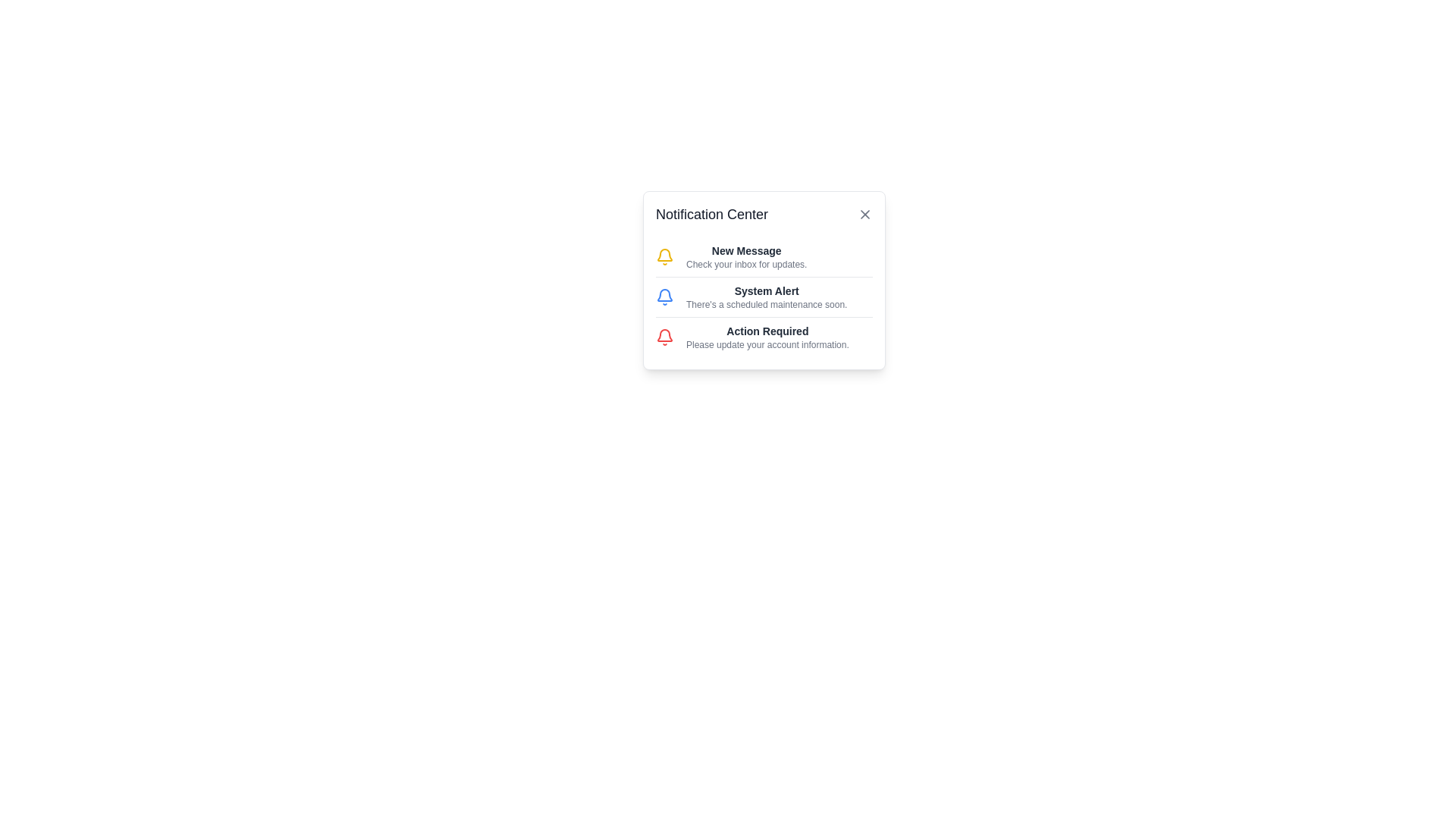  Describe the element at coordinates (767, 336) in the screenshot. I see `the text display element that shows 'Action Required' and 'Please update your account information' in the third notification row of the notification card` at that location.